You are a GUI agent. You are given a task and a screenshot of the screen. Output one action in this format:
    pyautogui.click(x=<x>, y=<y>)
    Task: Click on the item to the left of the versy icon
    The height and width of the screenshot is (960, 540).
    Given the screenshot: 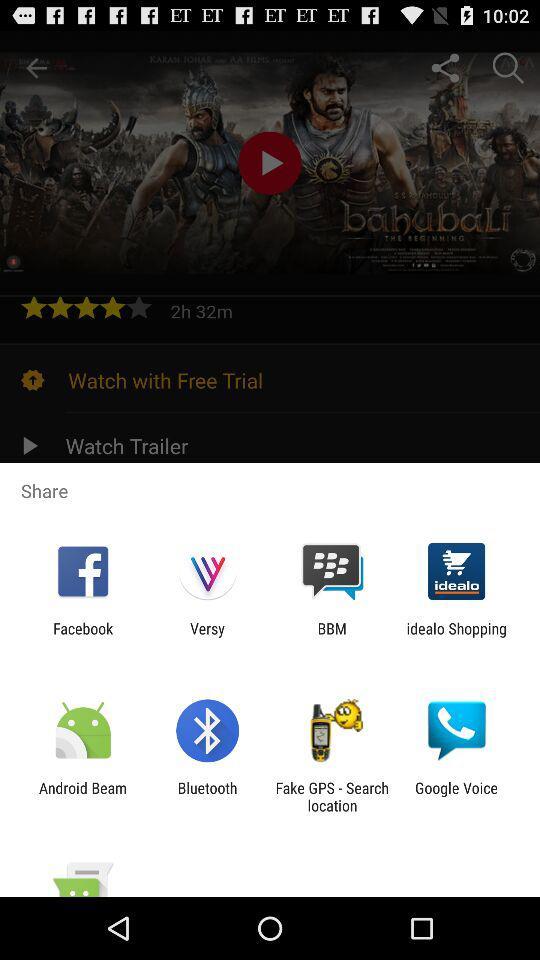 What is the action you would take?
    pyautogui.click(x=82, y=636)
    